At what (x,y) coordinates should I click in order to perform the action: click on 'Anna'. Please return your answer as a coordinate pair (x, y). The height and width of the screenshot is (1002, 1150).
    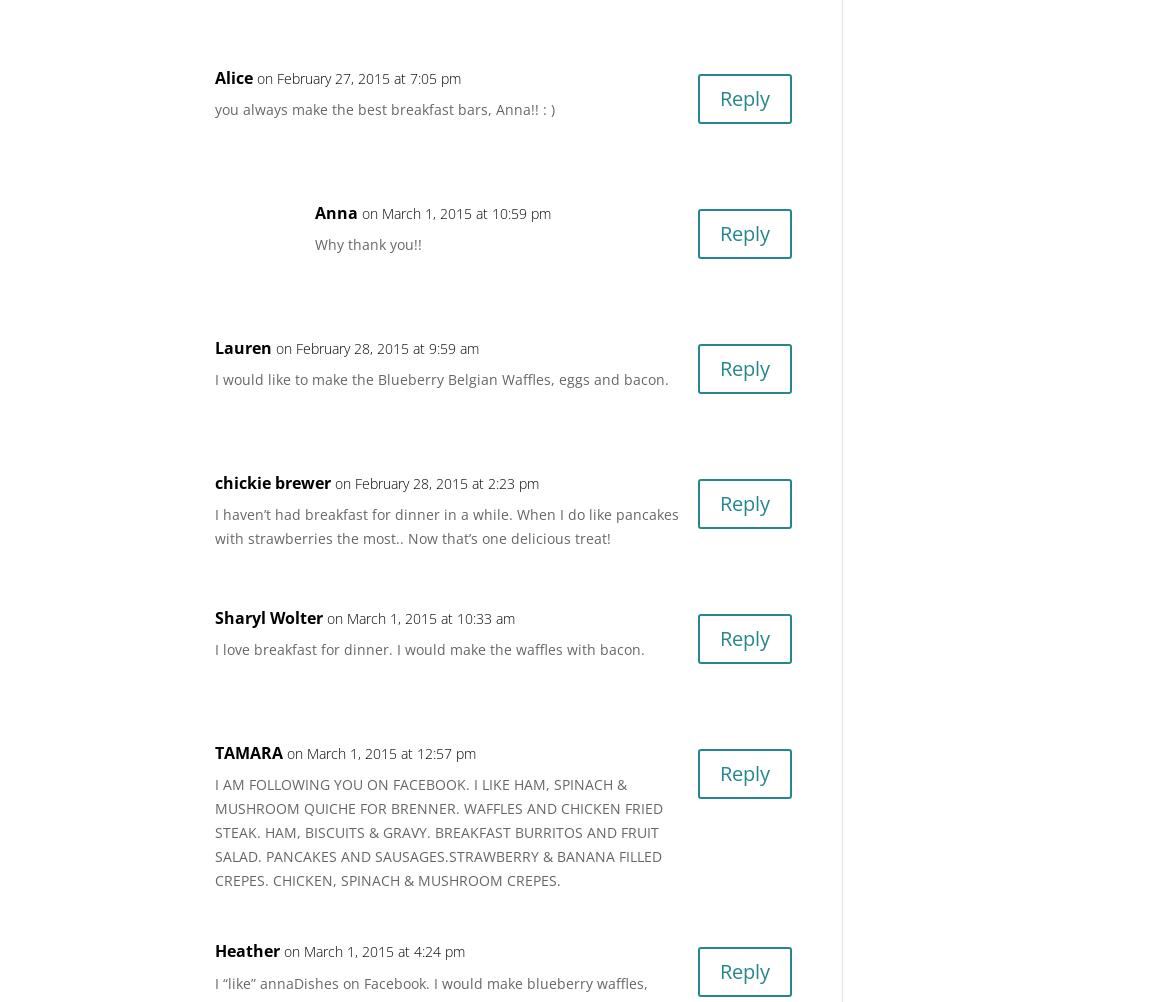
    Looking at the image, I should click on (336, 212).